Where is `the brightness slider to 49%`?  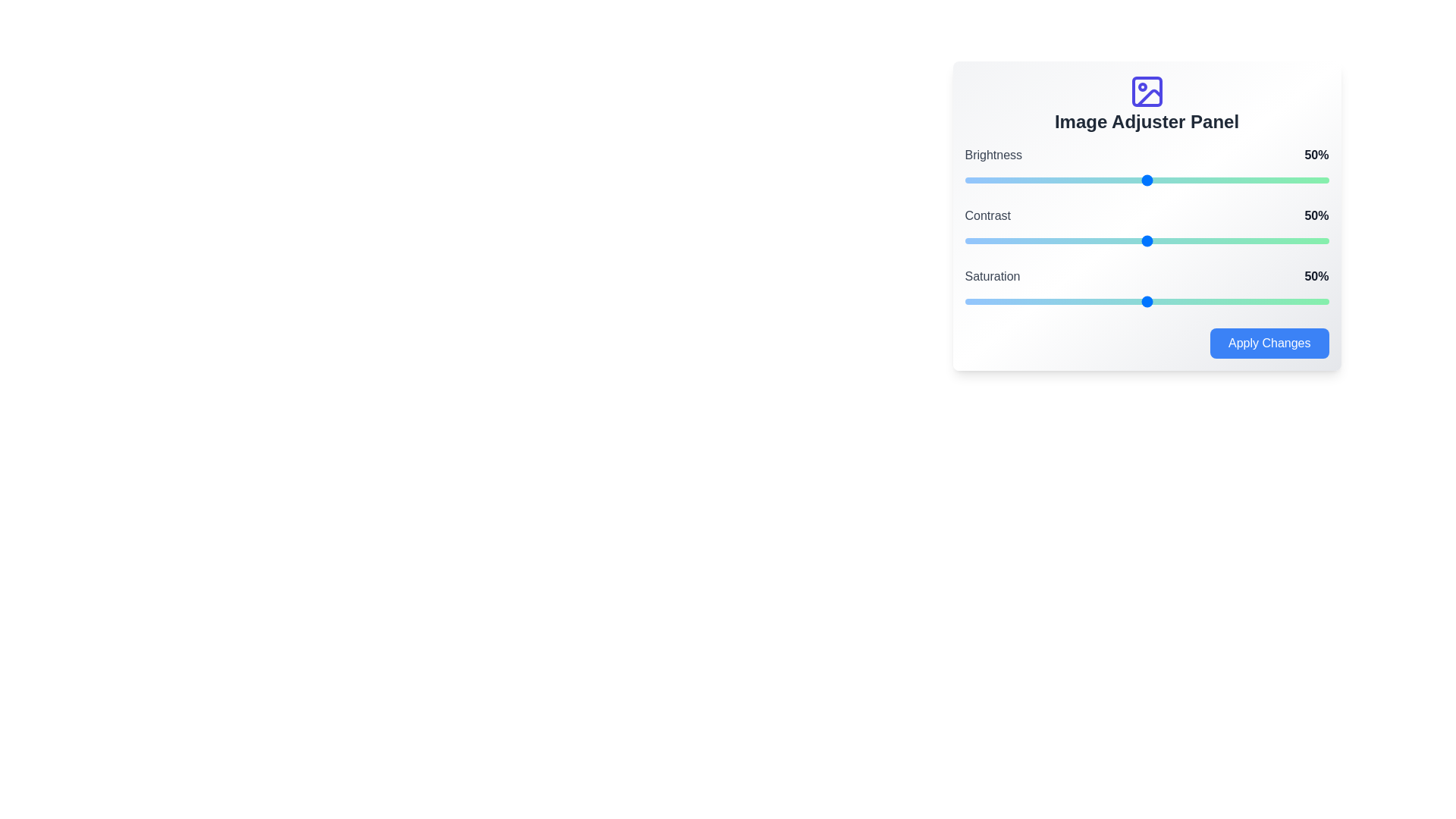
the brightness slider to 49% is located at coordinates (1143, 180).